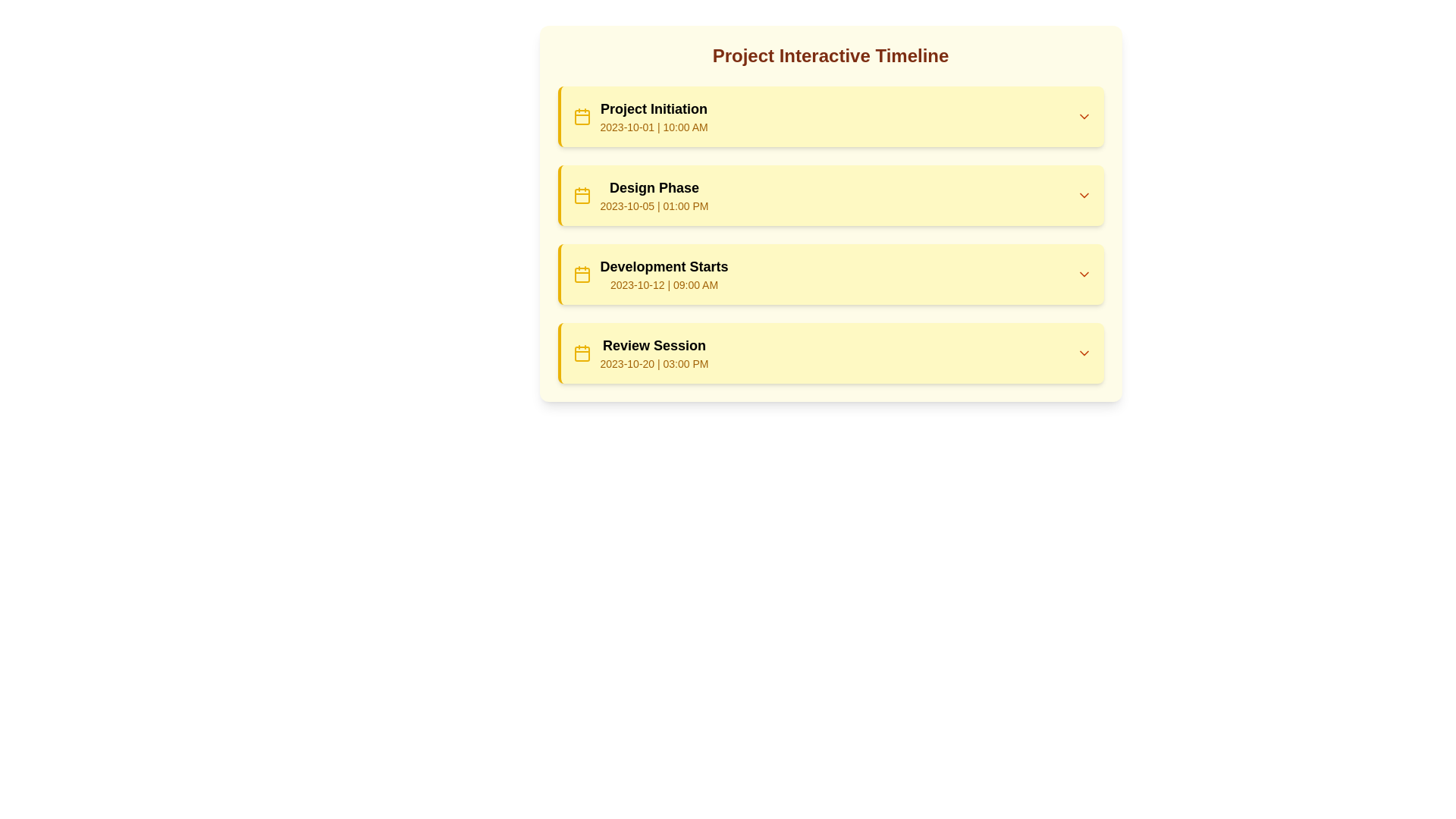 The height and width of the screenshot is (819, 1456). I want to click on the text label that informs the user about the scheduled time for the 'Development Starts' event, located below the 'Development Starts' text in the third section of the Project Interactive Timeline, so click(664, 284).